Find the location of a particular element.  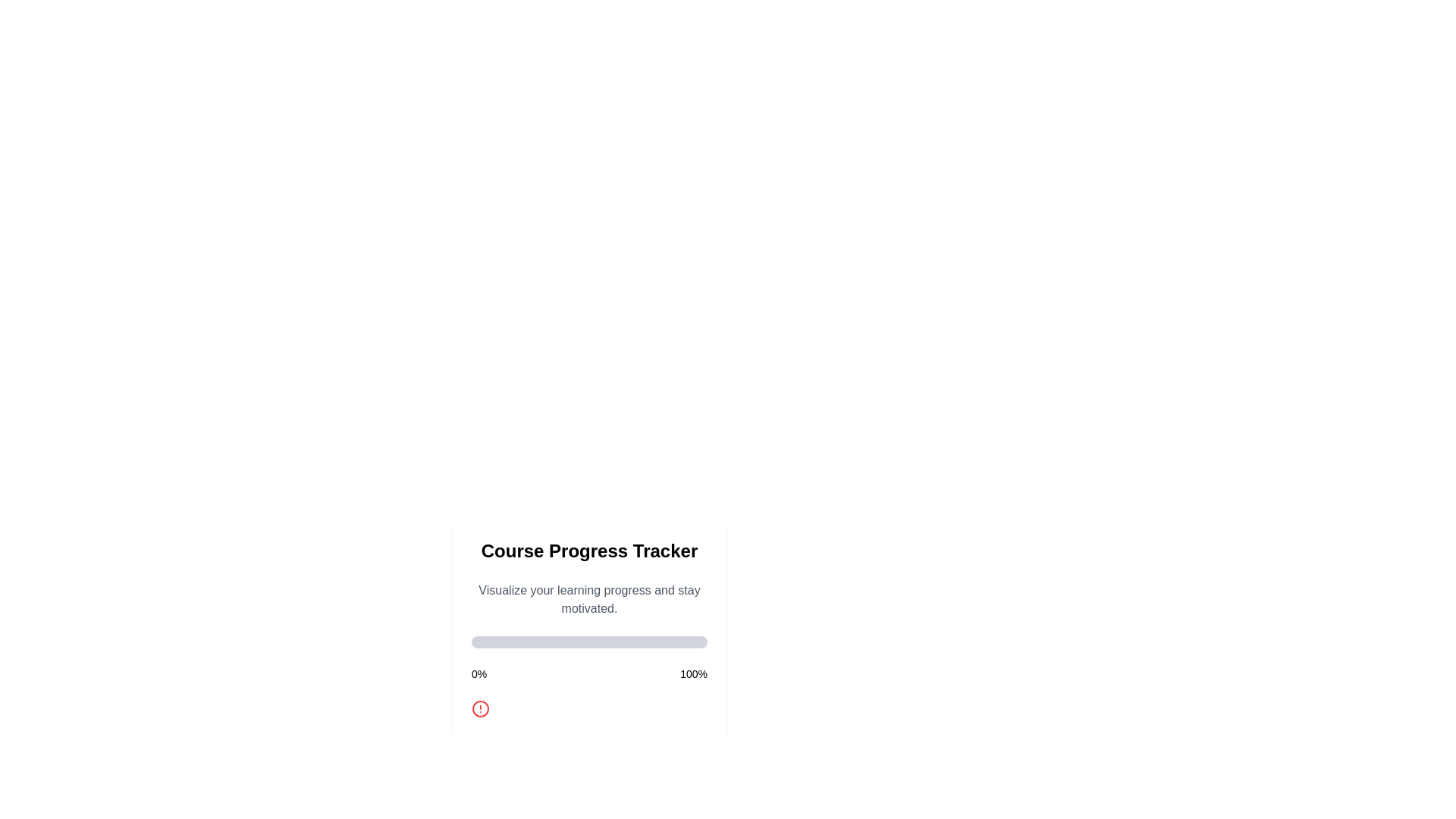

the Static Label displaying '100%' which is positioned on the far right side of the progress indicator section, aligned with the '0%' label on the left is located at coordinates (693, 673).